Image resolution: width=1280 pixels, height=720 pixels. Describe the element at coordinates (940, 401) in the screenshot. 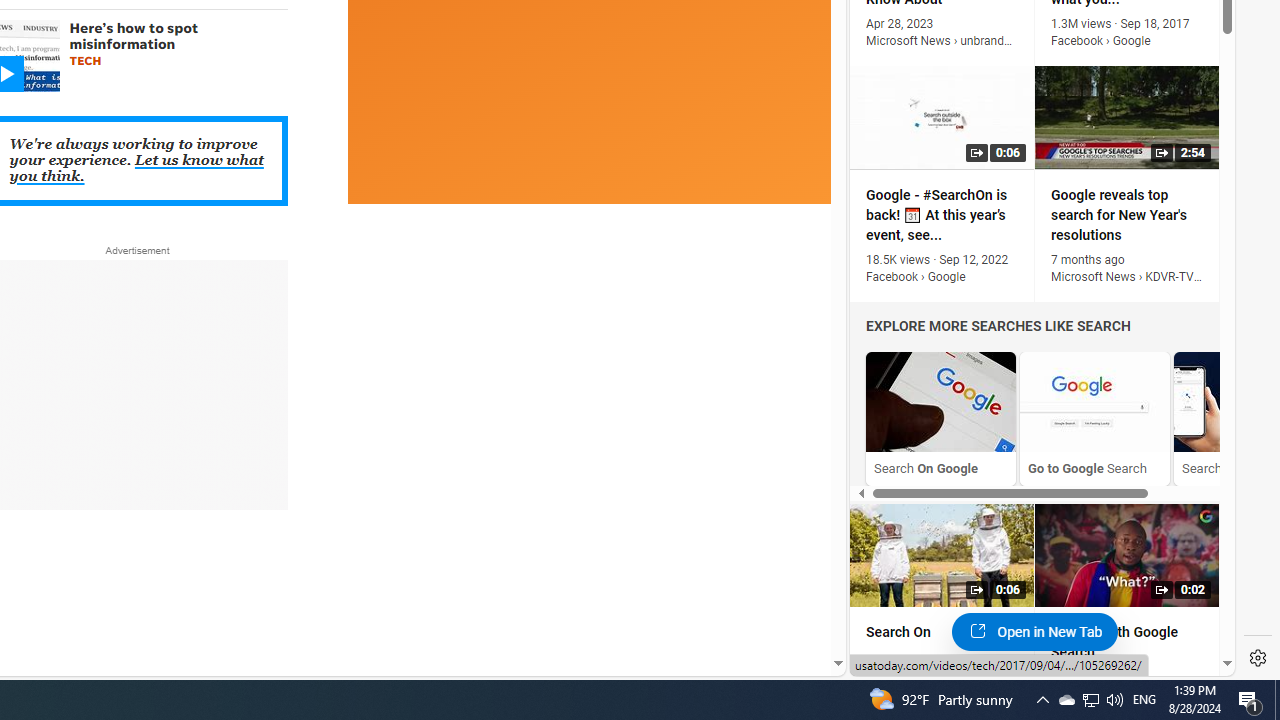

I see `'Search On Google'` at that location.